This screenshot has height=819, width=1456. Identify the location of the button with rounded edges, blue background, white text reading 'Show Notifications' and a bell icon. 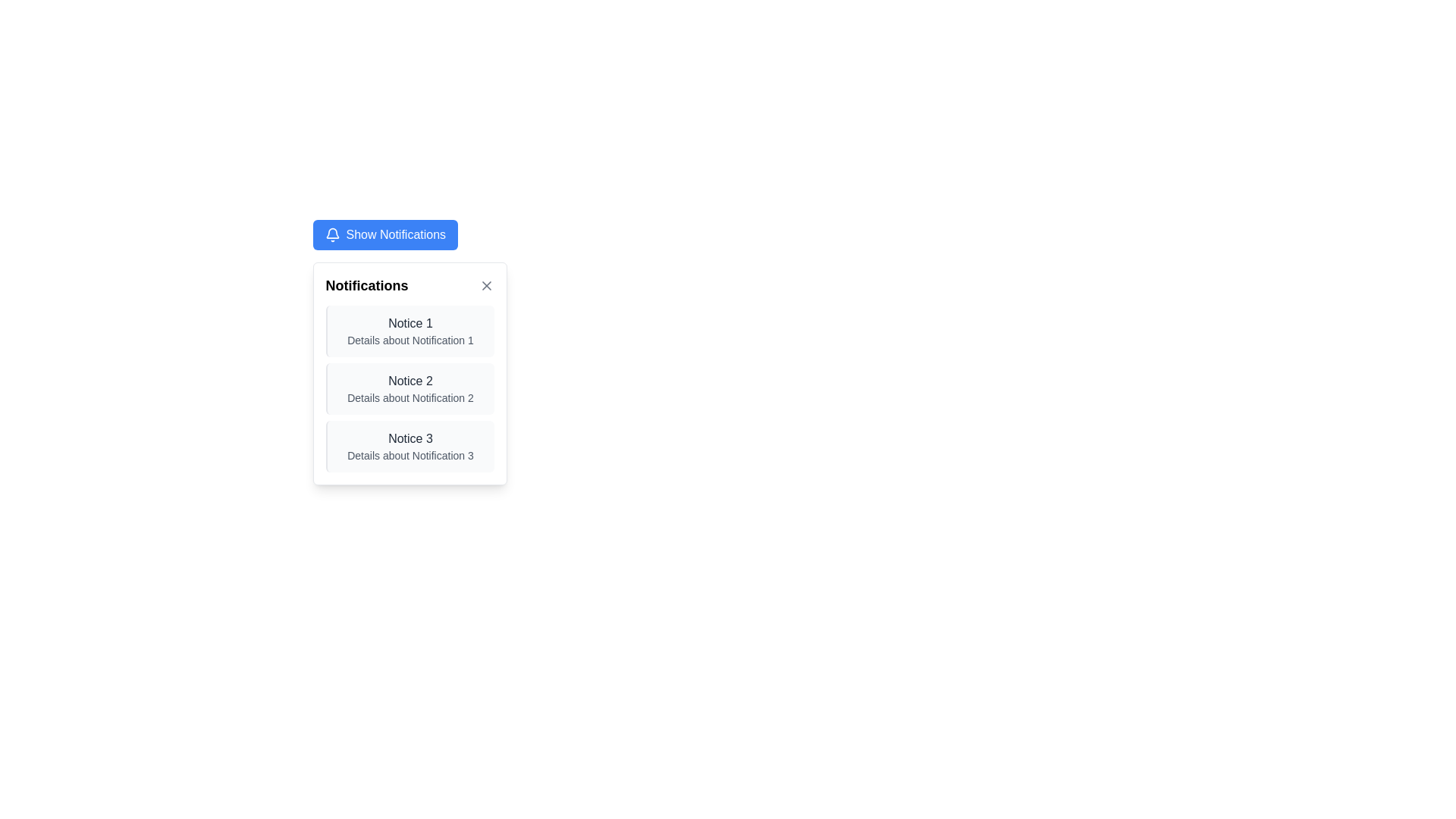
(385, 234).